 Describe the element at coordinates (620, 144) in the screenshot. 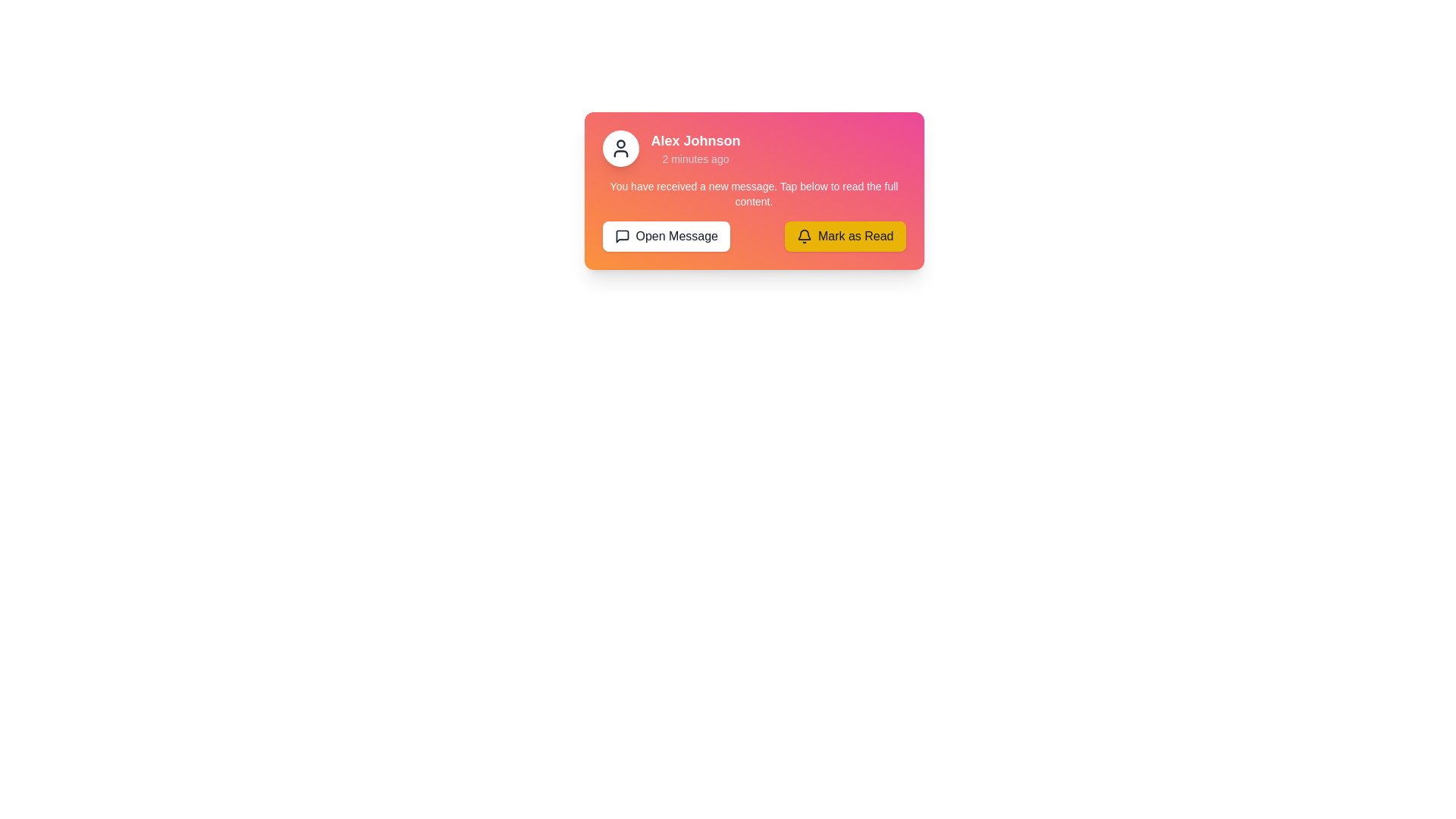

I see `the circular user profile icon located at the top left corner of the notification card, which visually represents the user's avatar or profile picture` at that location.